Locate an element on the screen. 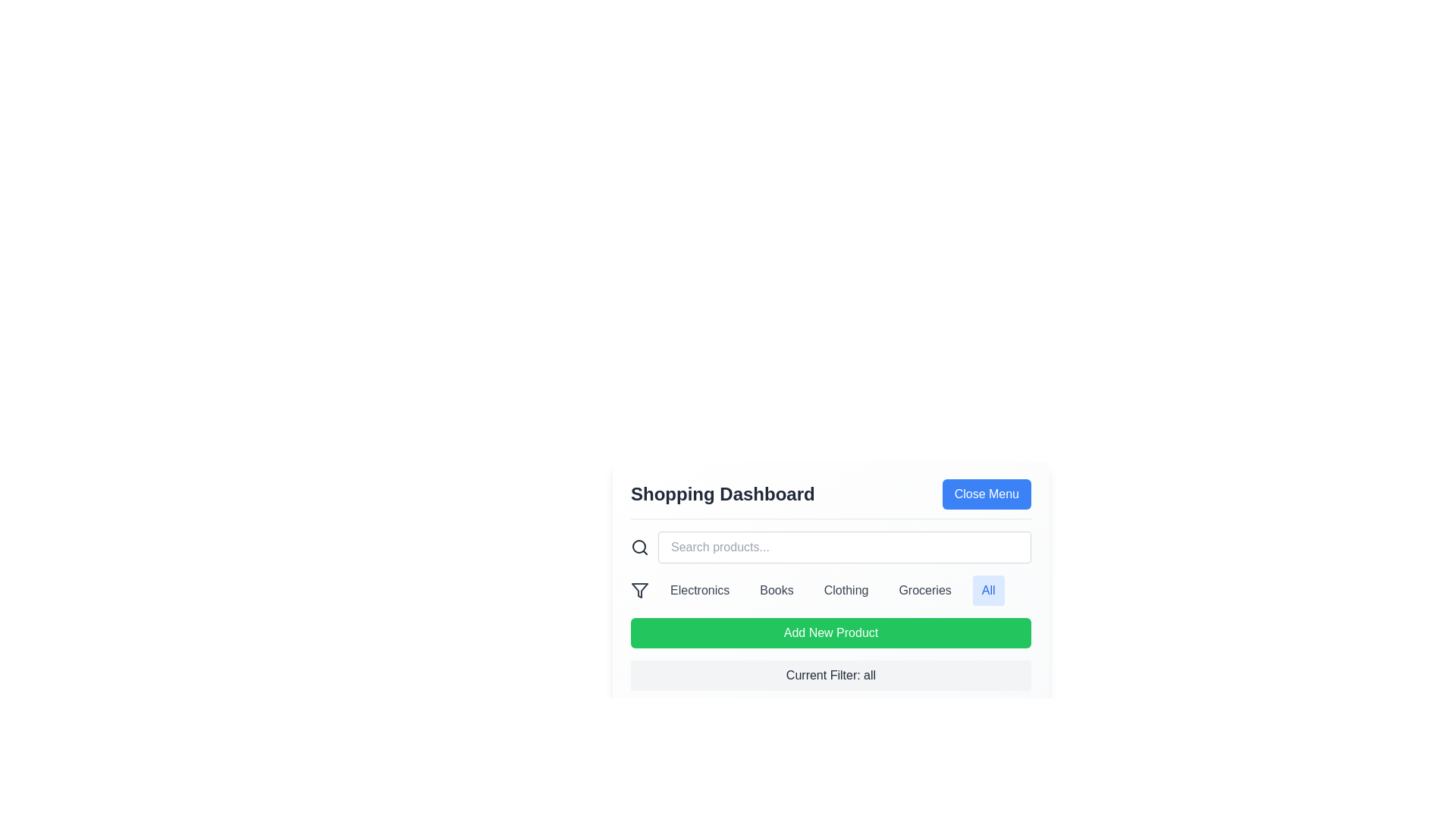 The height and width of the screenshot is (819, 1456). the SVG circle that represents the lens part of the magnifying glass icon located at the top-left corner of the main content area is located at coordinates (639, 547).